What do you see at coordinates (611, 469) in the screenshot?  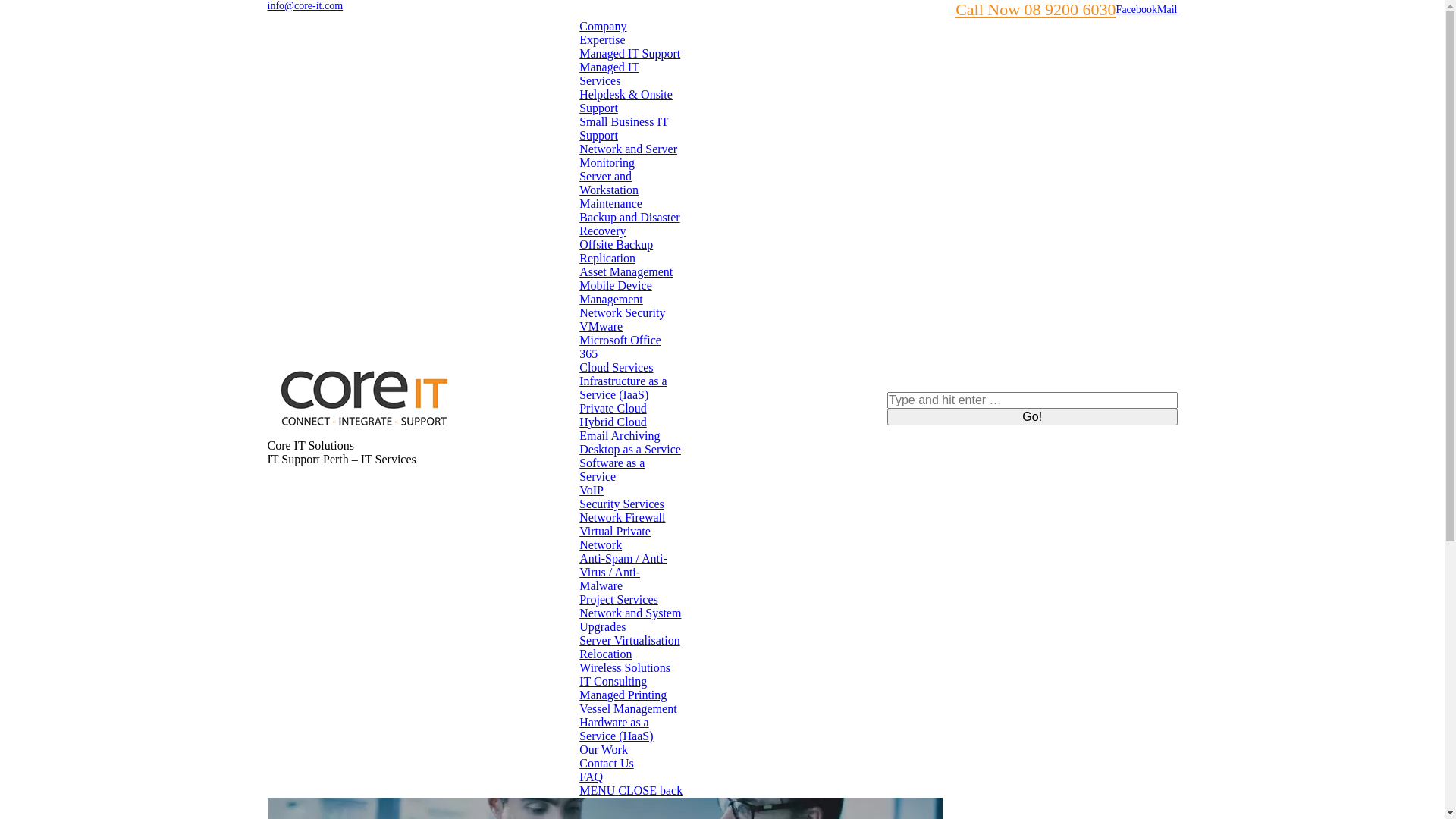 I see `'Software as a Service'` at bounding box center [611, 469].